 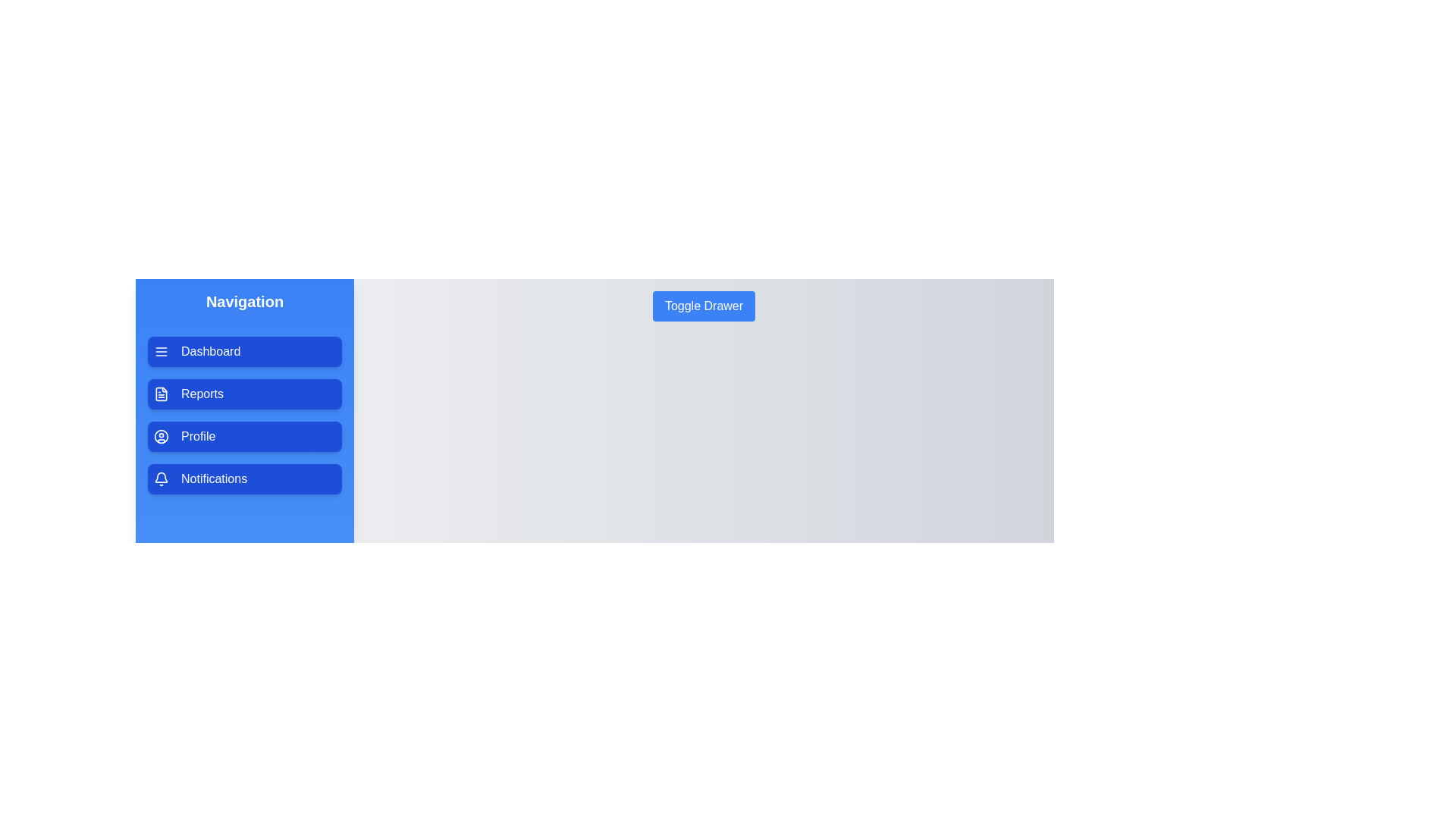 What do you see at coordinates (244, 436) in the screenshot?
I see `the menu item labeled Profile to select it` at bounding box center [244, 436].